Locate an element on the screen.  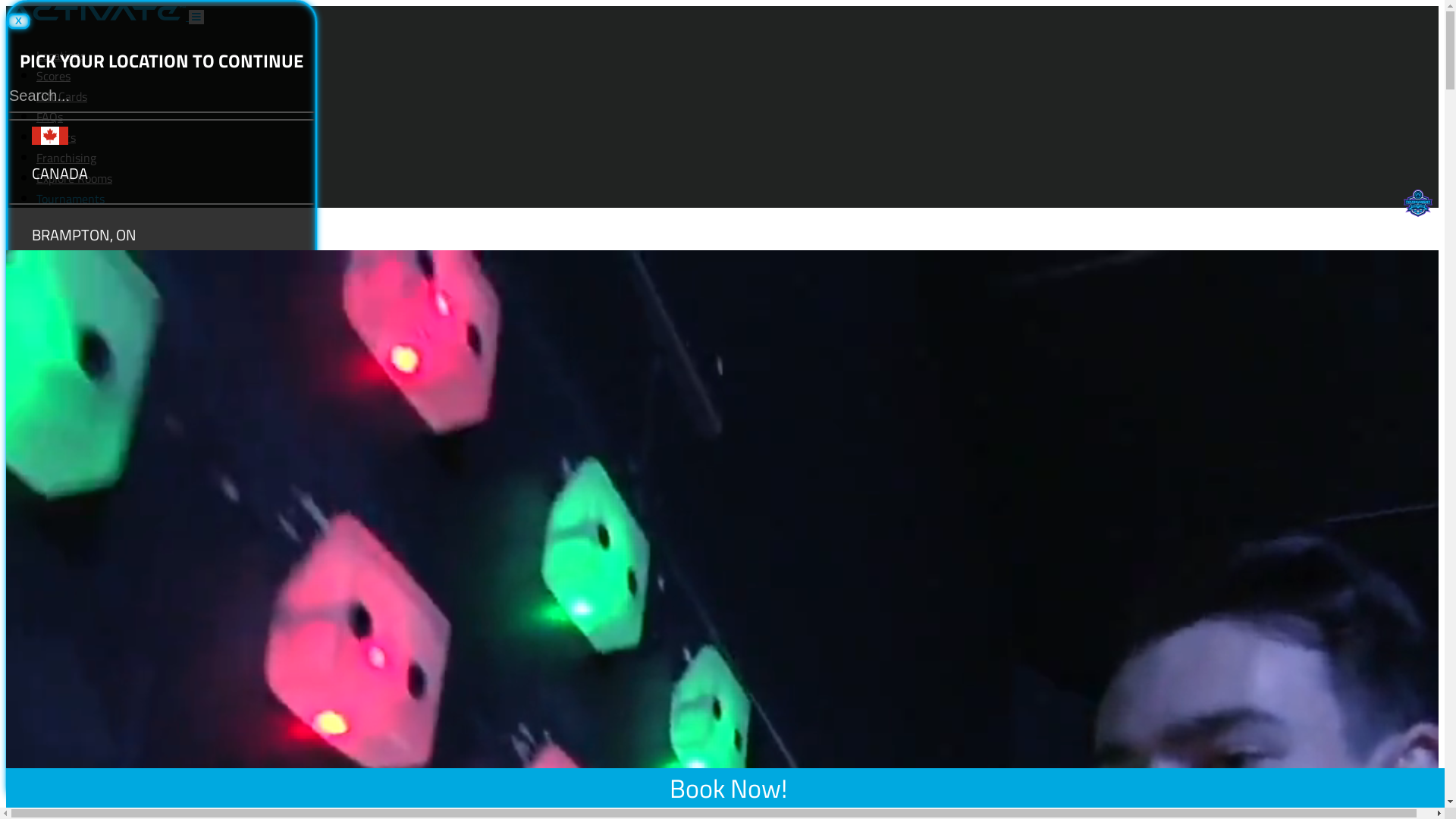
'Explore Rooms' is located at coordinates (73, 177).